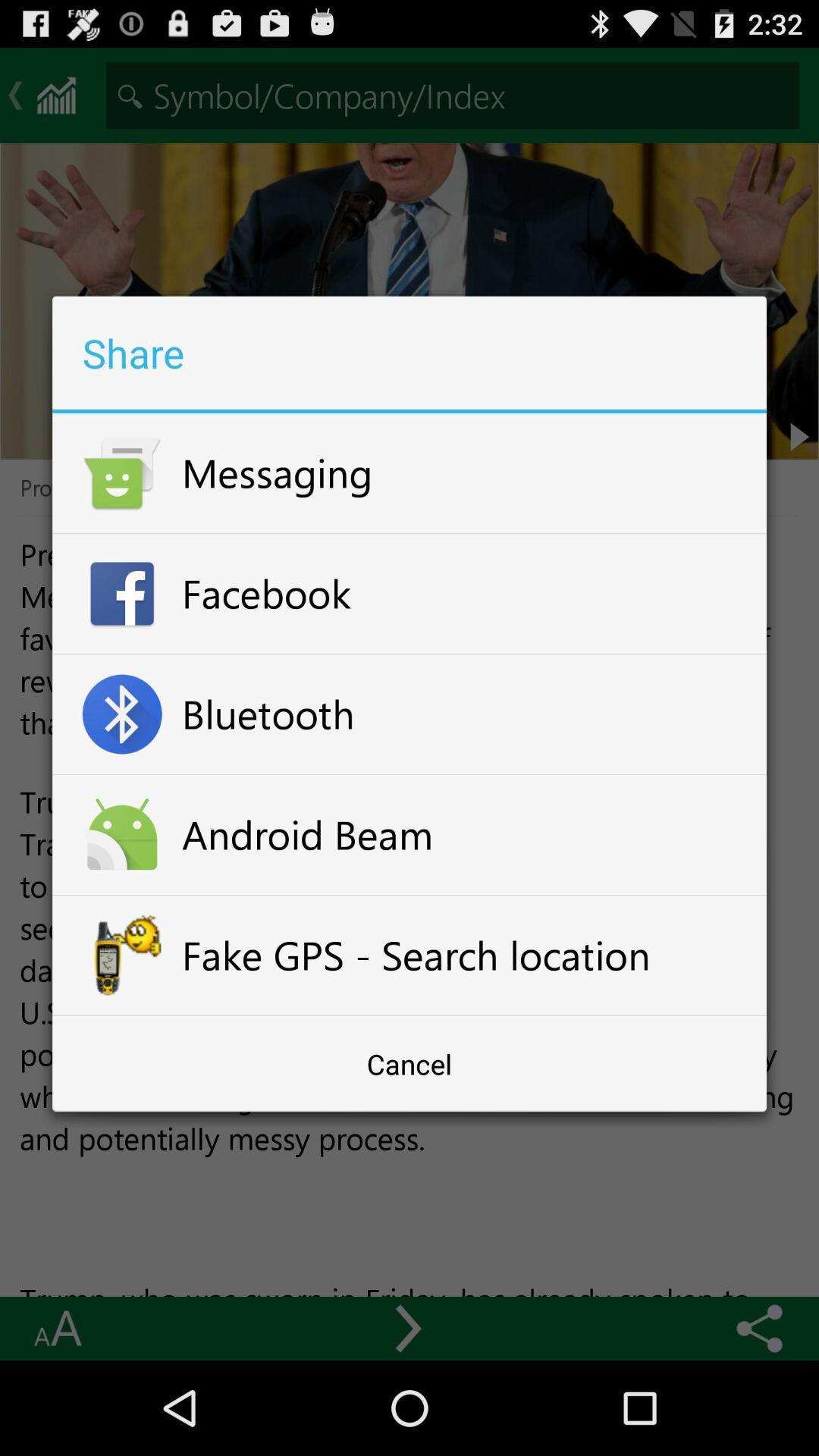  I want to click on the cancel item, so click(409, 1063).